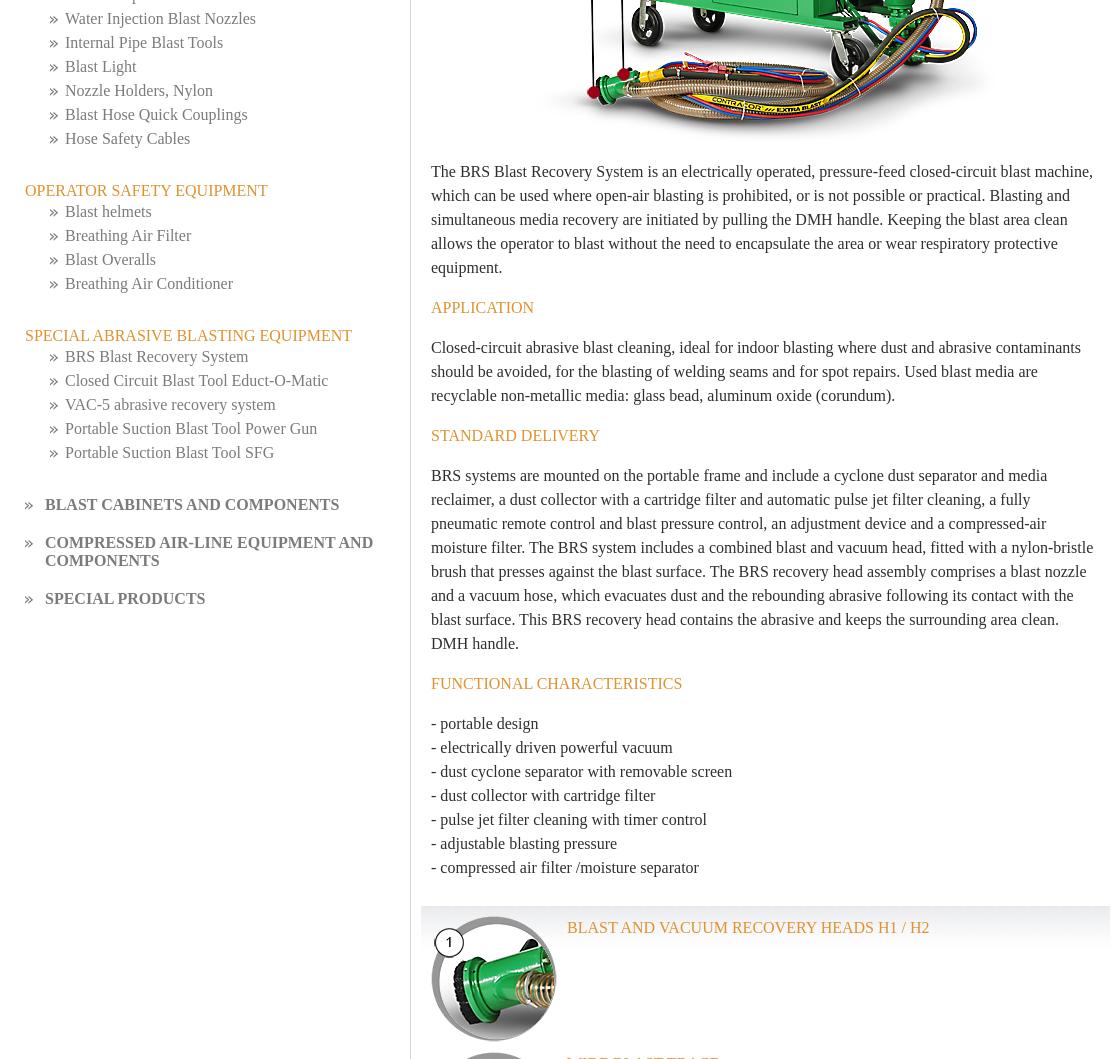 This screenshot has height=1059, width=1120. I want to click on 'Hose Safety Cables', so click(127, 137).